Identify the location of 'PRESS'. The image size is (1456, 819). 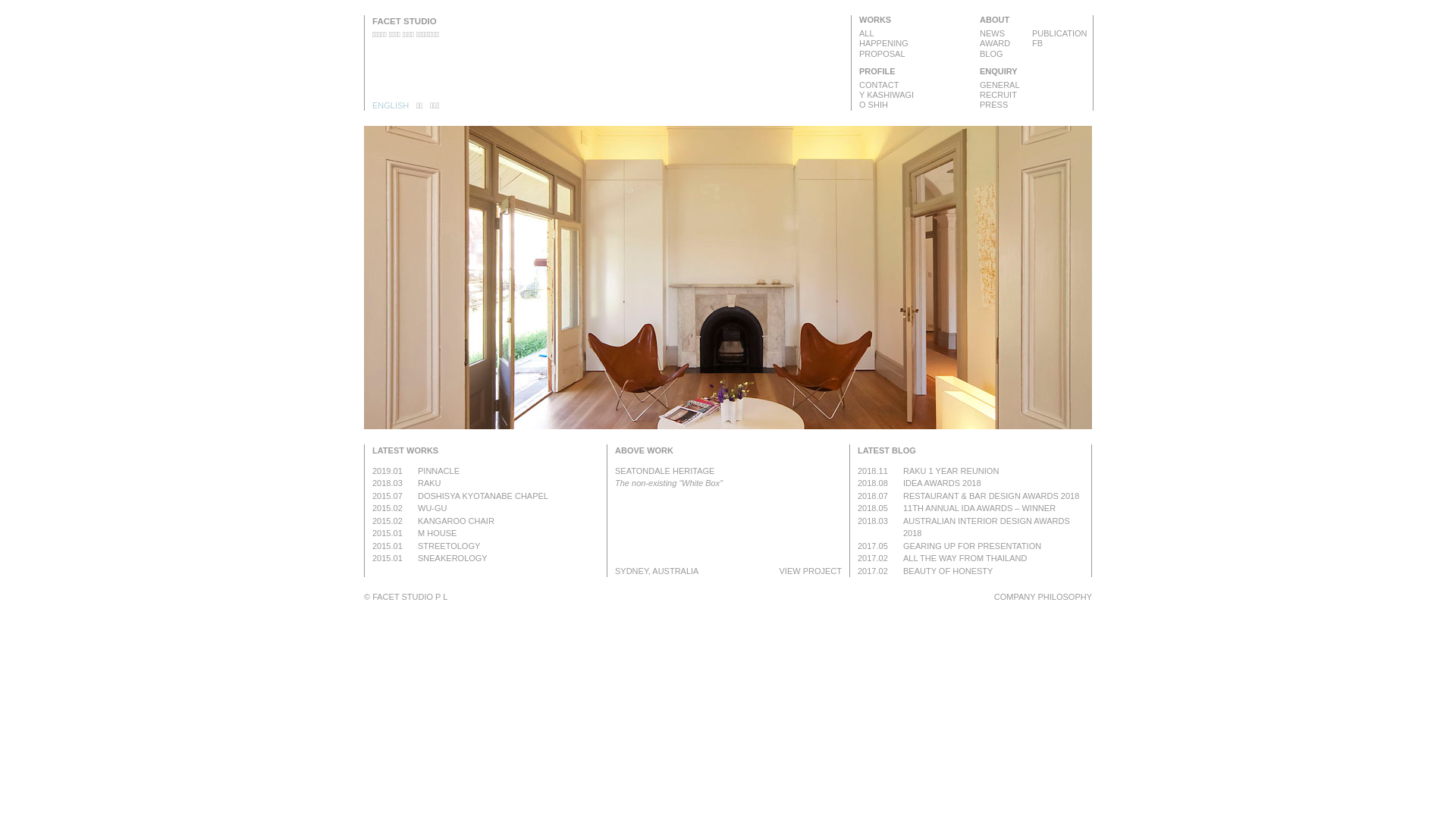
(1035, 104).